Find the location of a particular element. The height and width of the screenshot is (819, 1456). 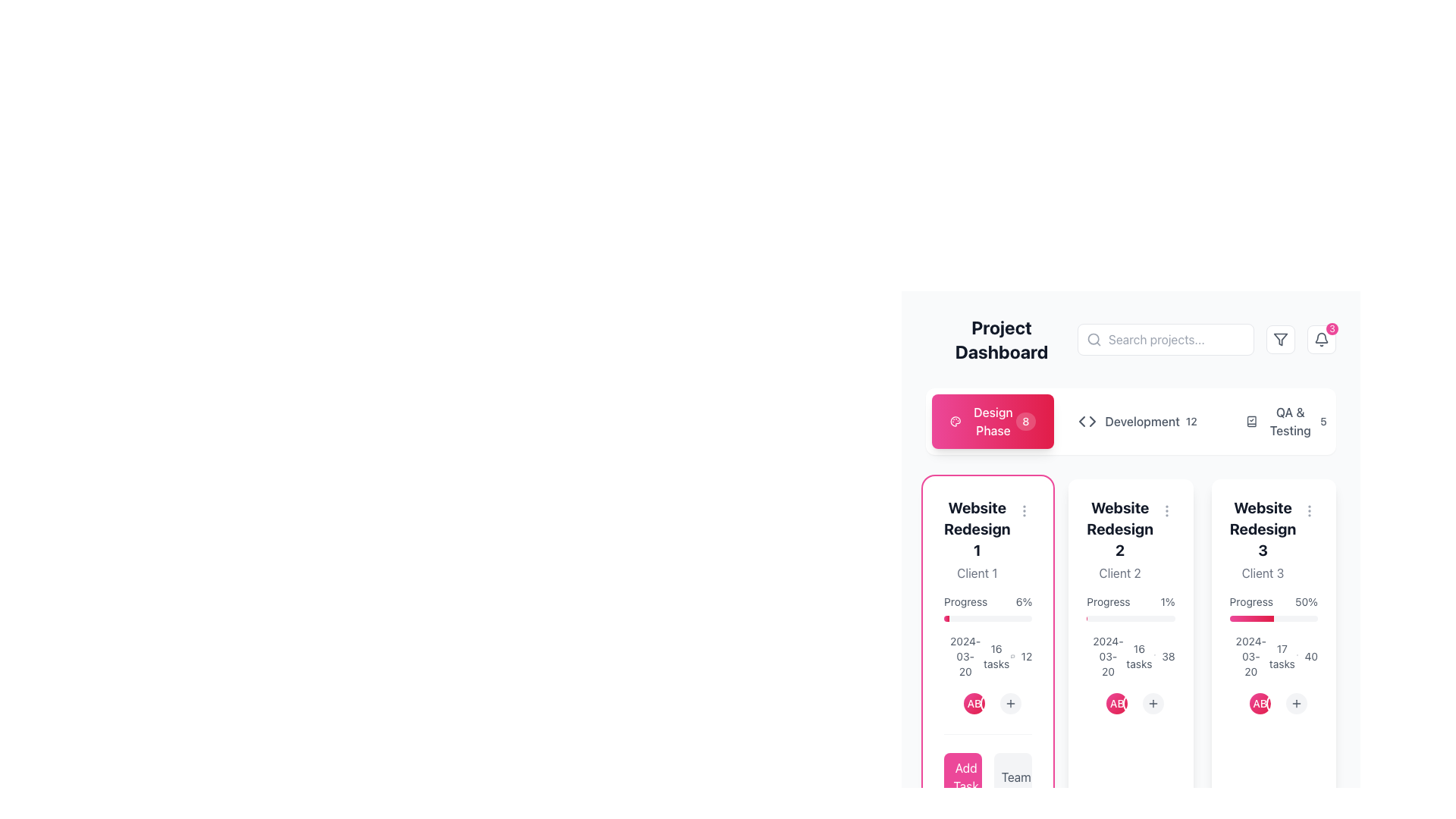

the Informational text cluster displaying the date '2024-03-20', task count '16 tasks', and value '38' located in the 'Website Redesign 2' section under 'Client 2' is located at coordinates (1131, 656).